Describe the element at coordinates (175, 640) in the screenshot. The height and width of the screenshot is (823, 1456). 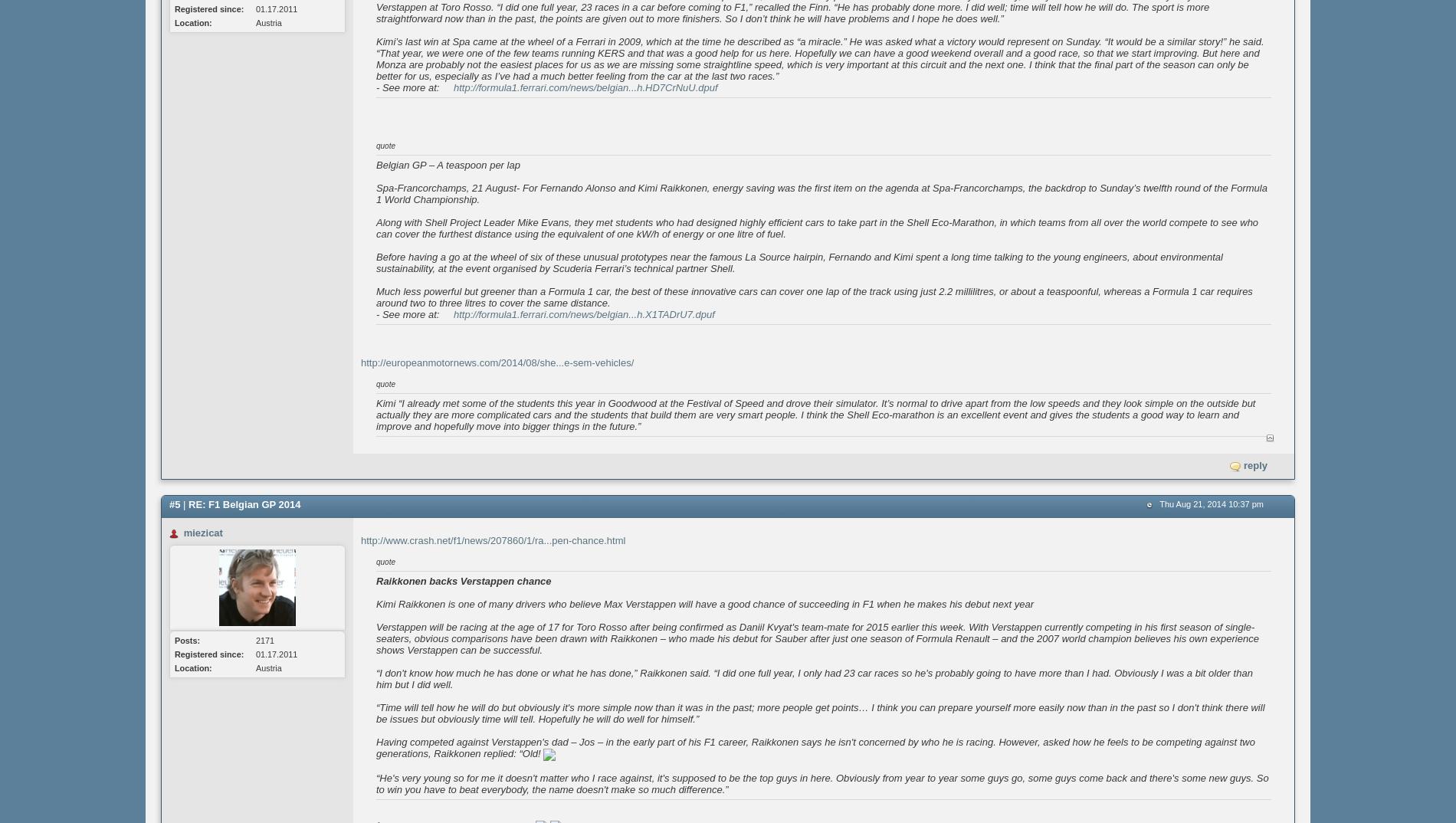
I see `'Posts:'` at that location.